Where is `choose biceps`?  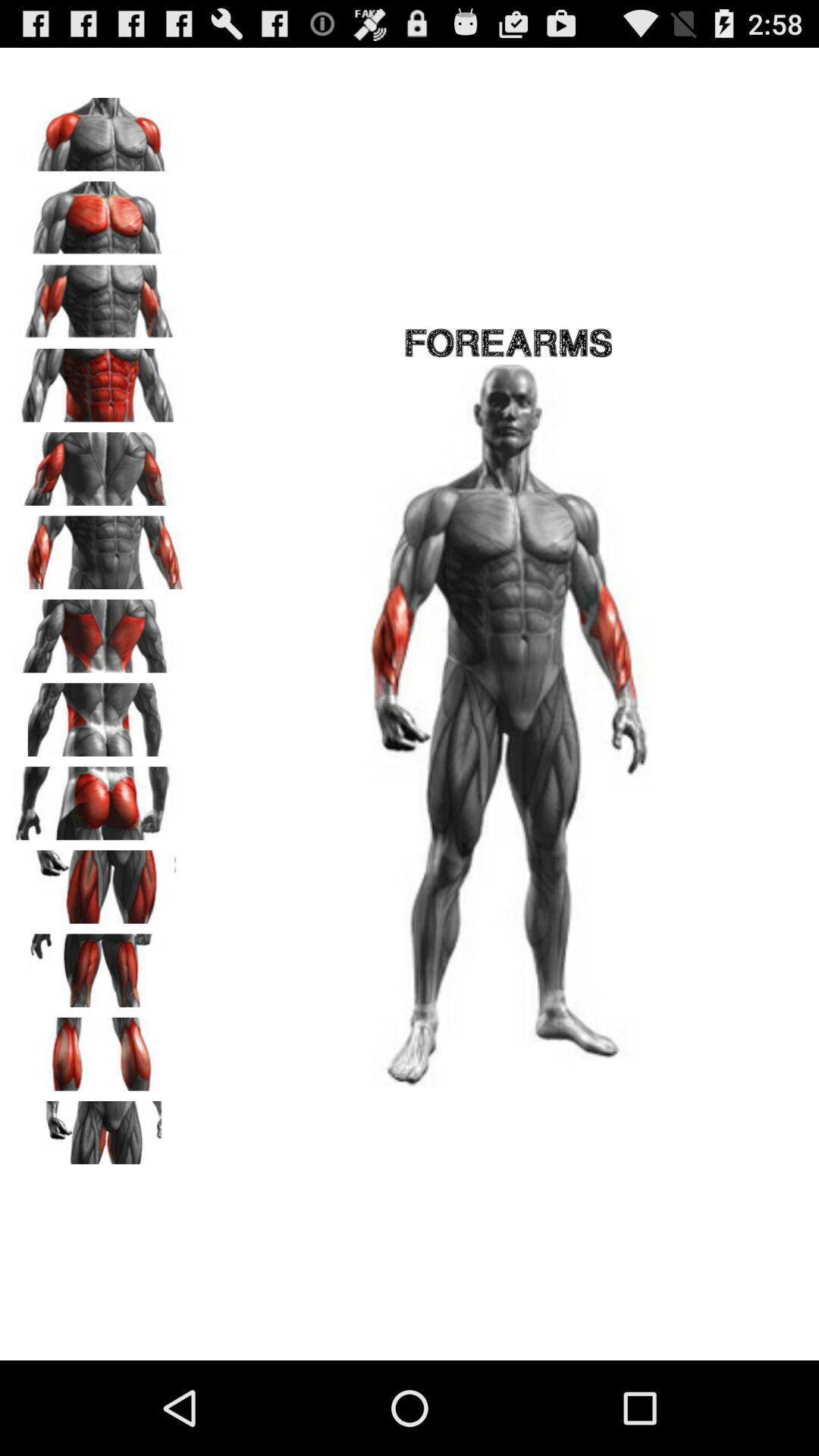 choose biceps is located at coordinates (99, 297).